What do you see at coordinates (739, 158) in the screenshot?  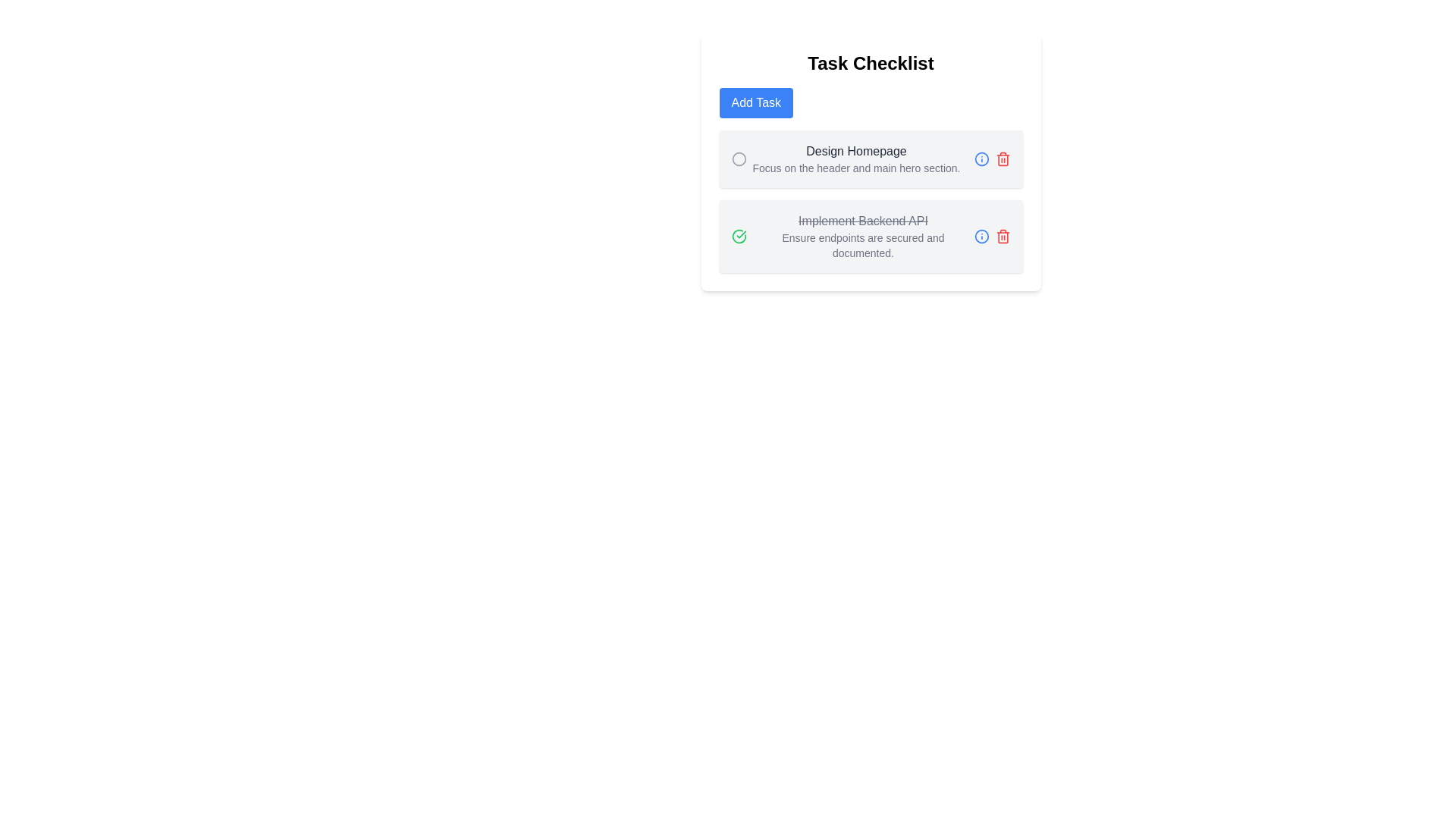 I see `the circular interactive icon with a gray outline next to the 'Design Homepage' task` at bounding box center [739, 158].